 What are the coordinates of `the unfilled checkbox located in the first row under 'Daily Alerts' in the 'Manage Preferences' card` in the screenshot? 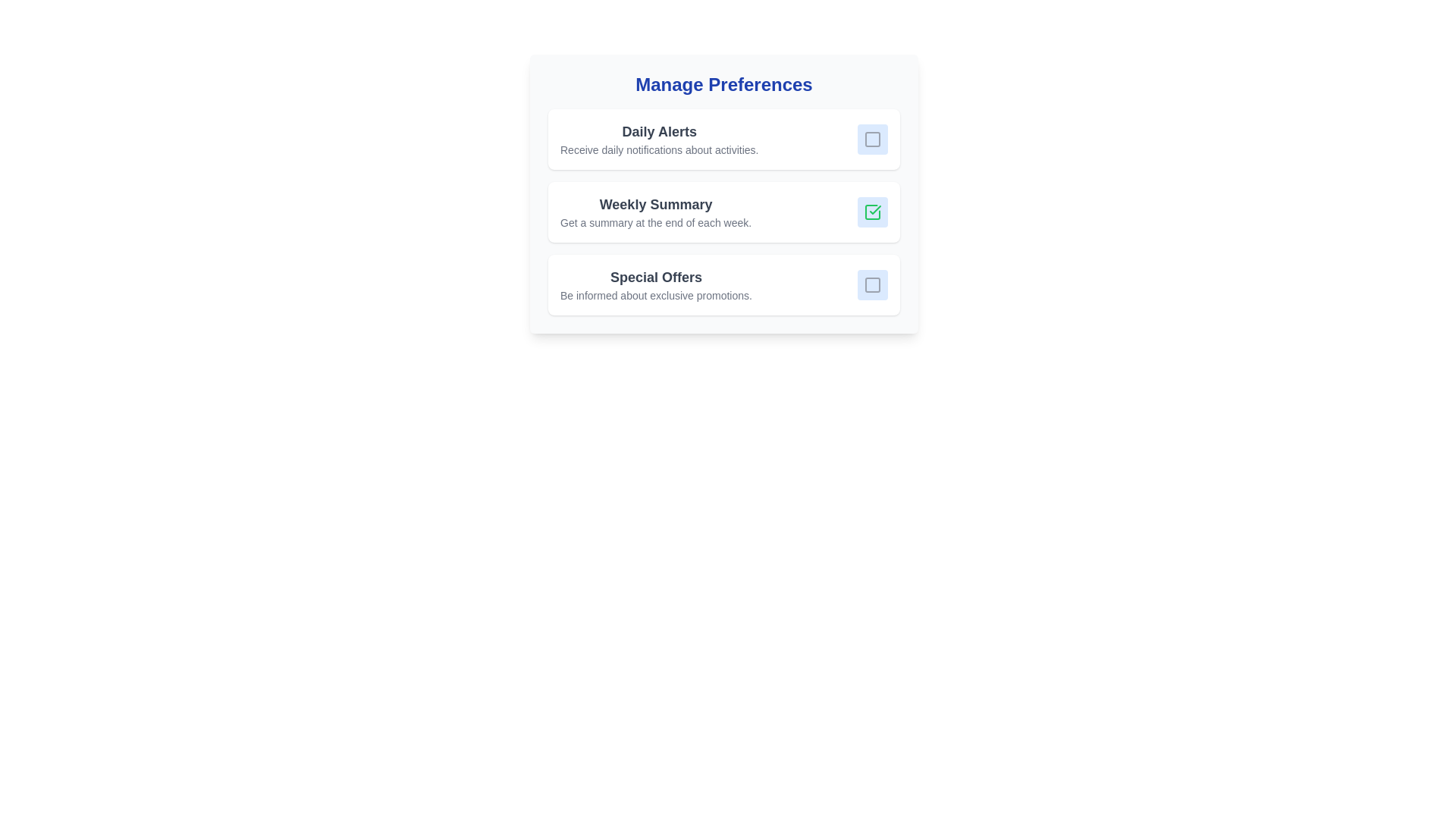 It's located at (873, 140).